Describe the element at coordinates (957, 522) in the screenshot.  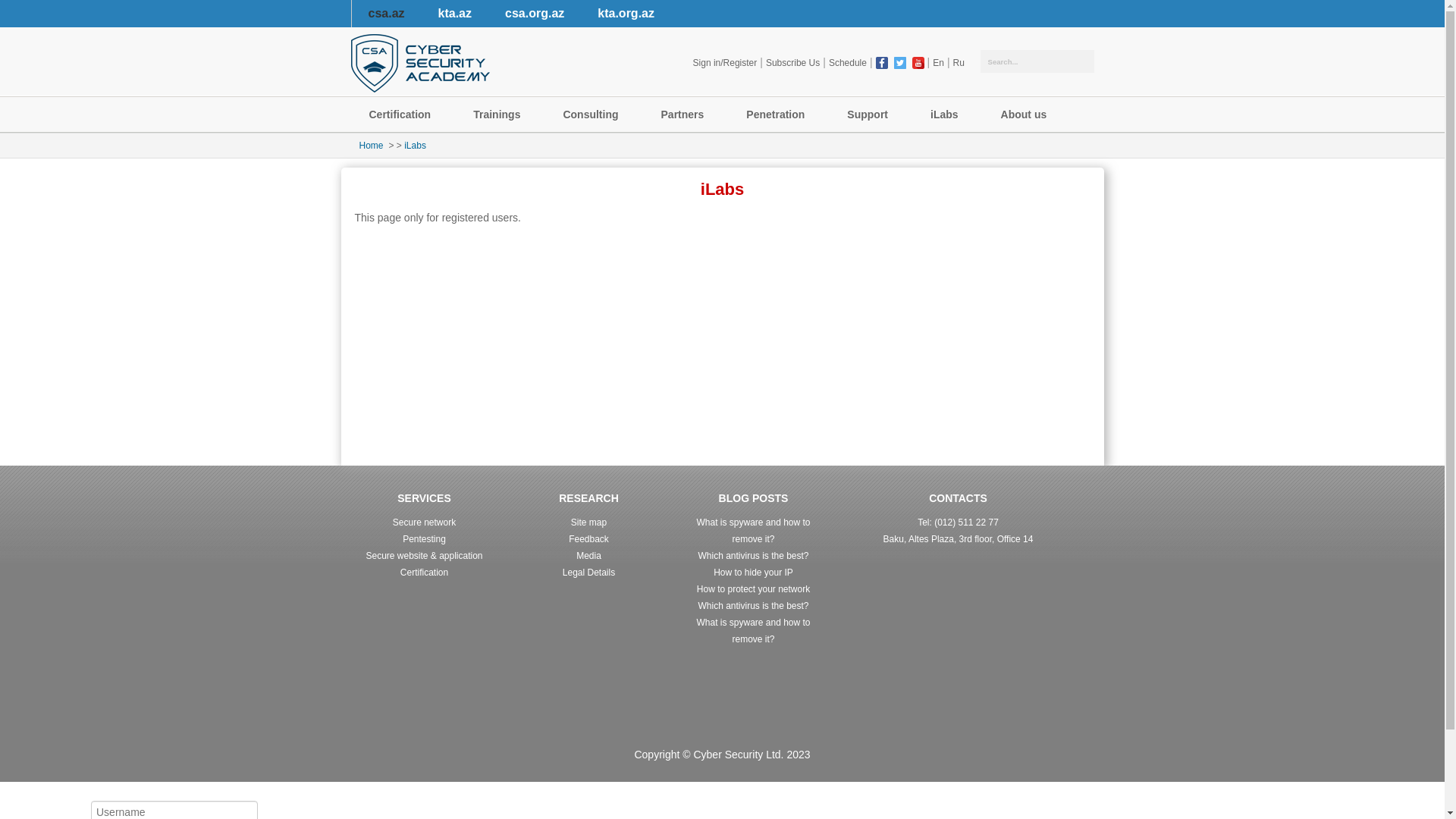
I see `'Tel: (012) 511 22 77'` at that location.